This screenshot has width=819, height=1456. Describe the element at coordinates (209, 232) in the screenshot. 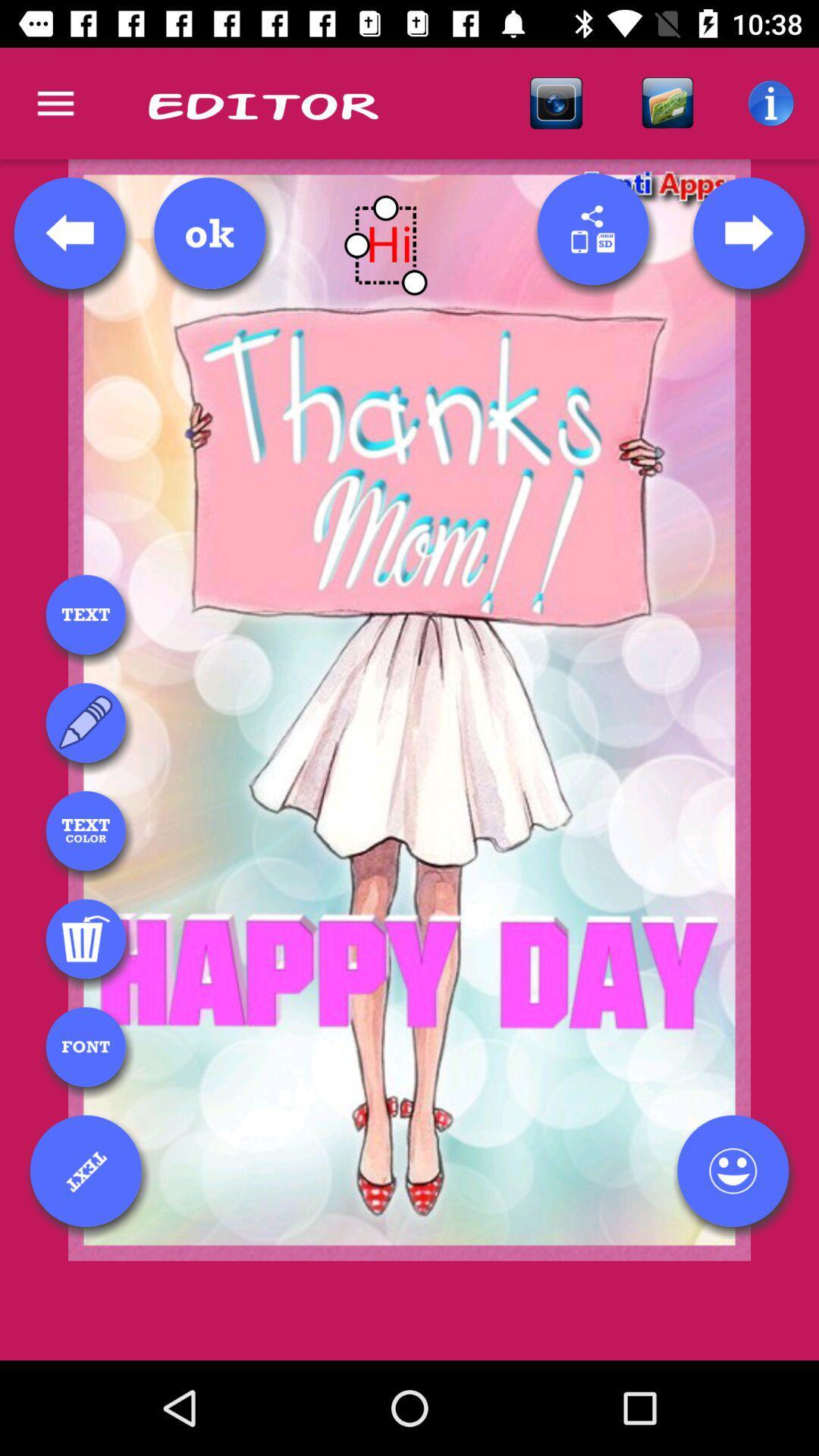

I see `ok` at that location.